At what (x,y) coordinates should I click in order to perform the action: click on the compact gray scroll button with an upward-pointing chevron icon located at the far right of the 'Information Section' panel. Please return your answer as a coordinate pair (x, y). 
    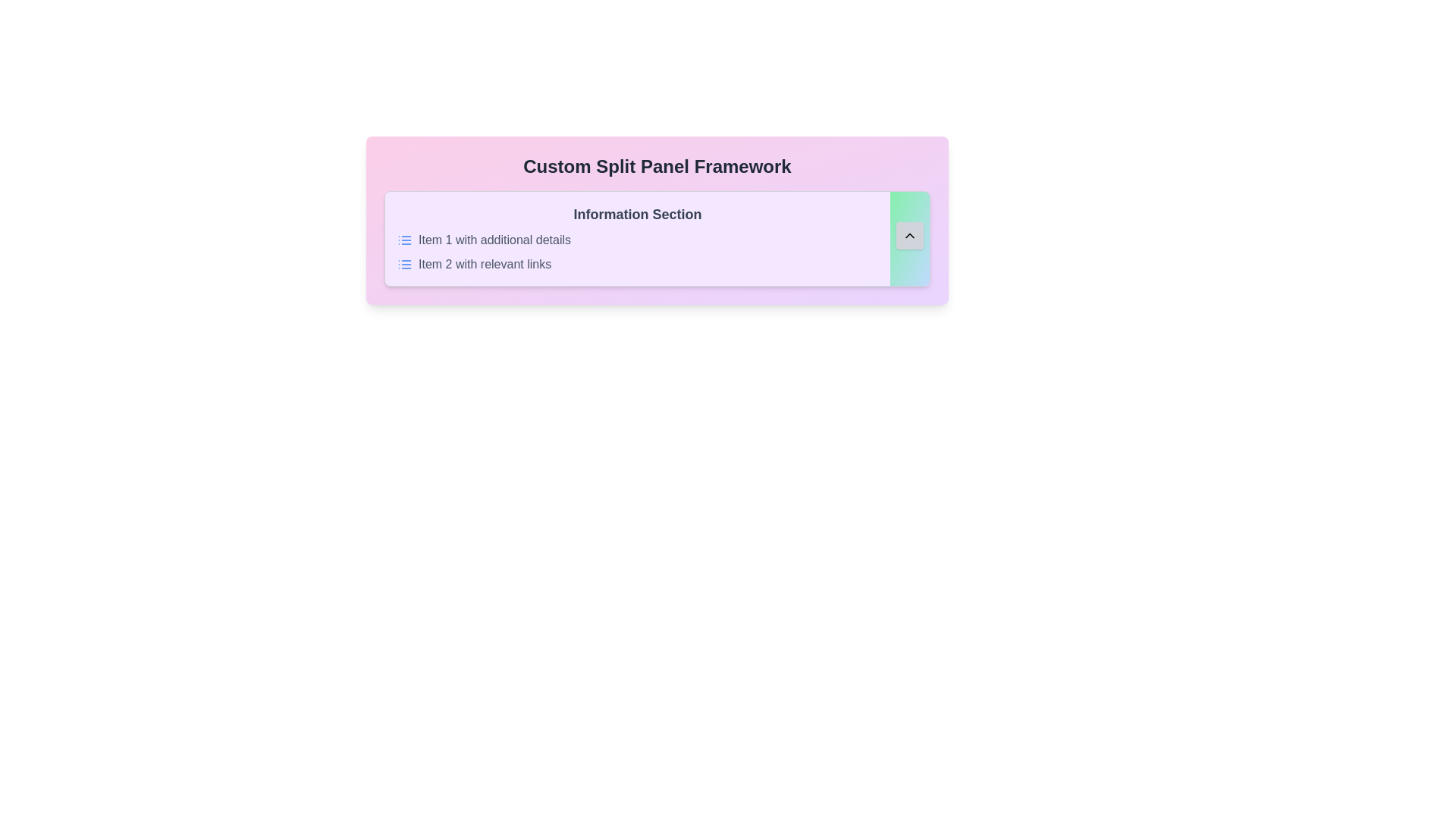
    Looking at the image, I should click on (910, 239).